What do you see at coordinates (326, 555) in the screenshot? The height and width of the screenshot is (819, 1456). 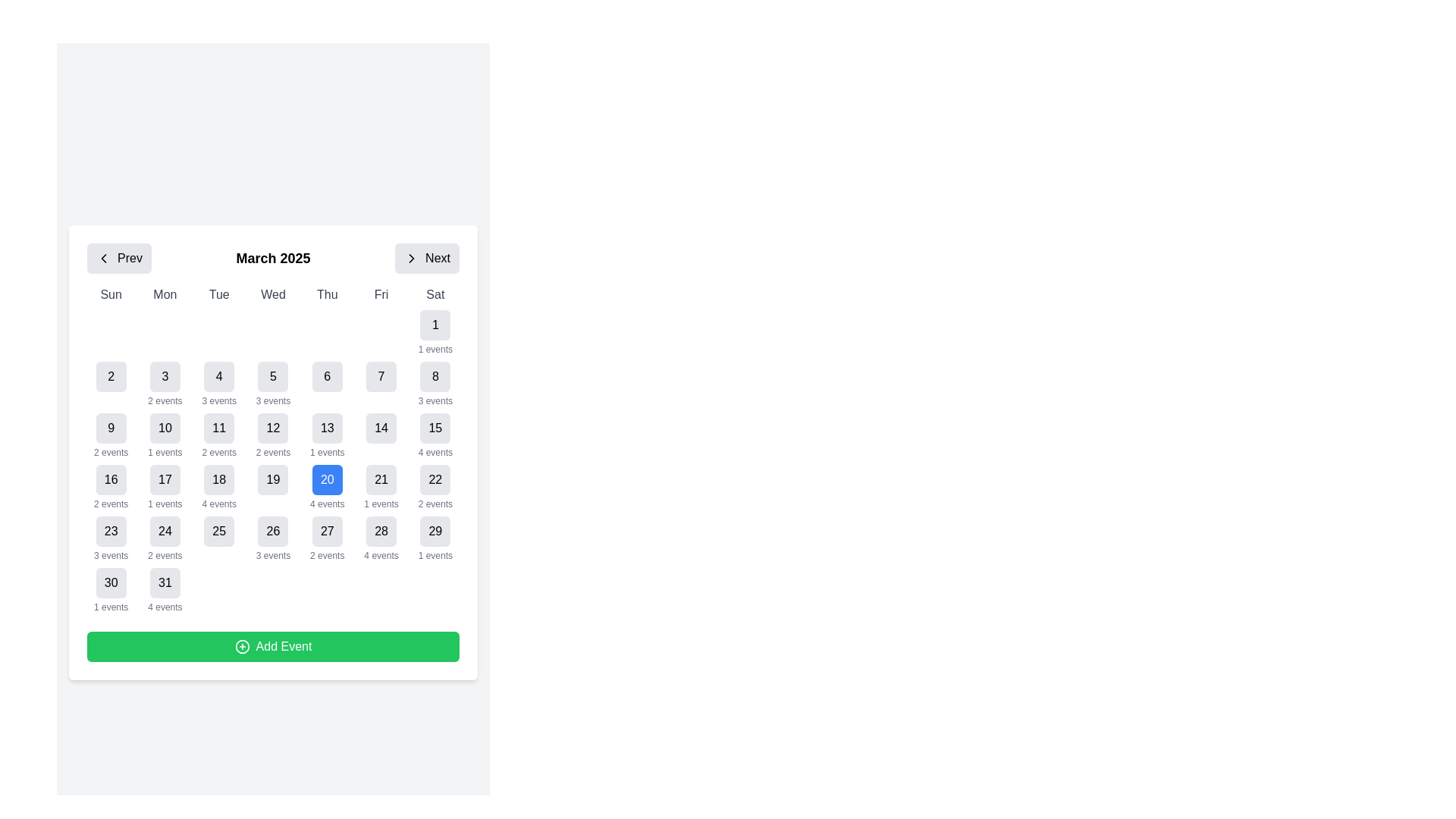 I see `the informational text label that displays the number of events associated with the date 27, located centrally beneath the cell labeled with the number '27' in the calendar interface` at bounding box center [326, 555].